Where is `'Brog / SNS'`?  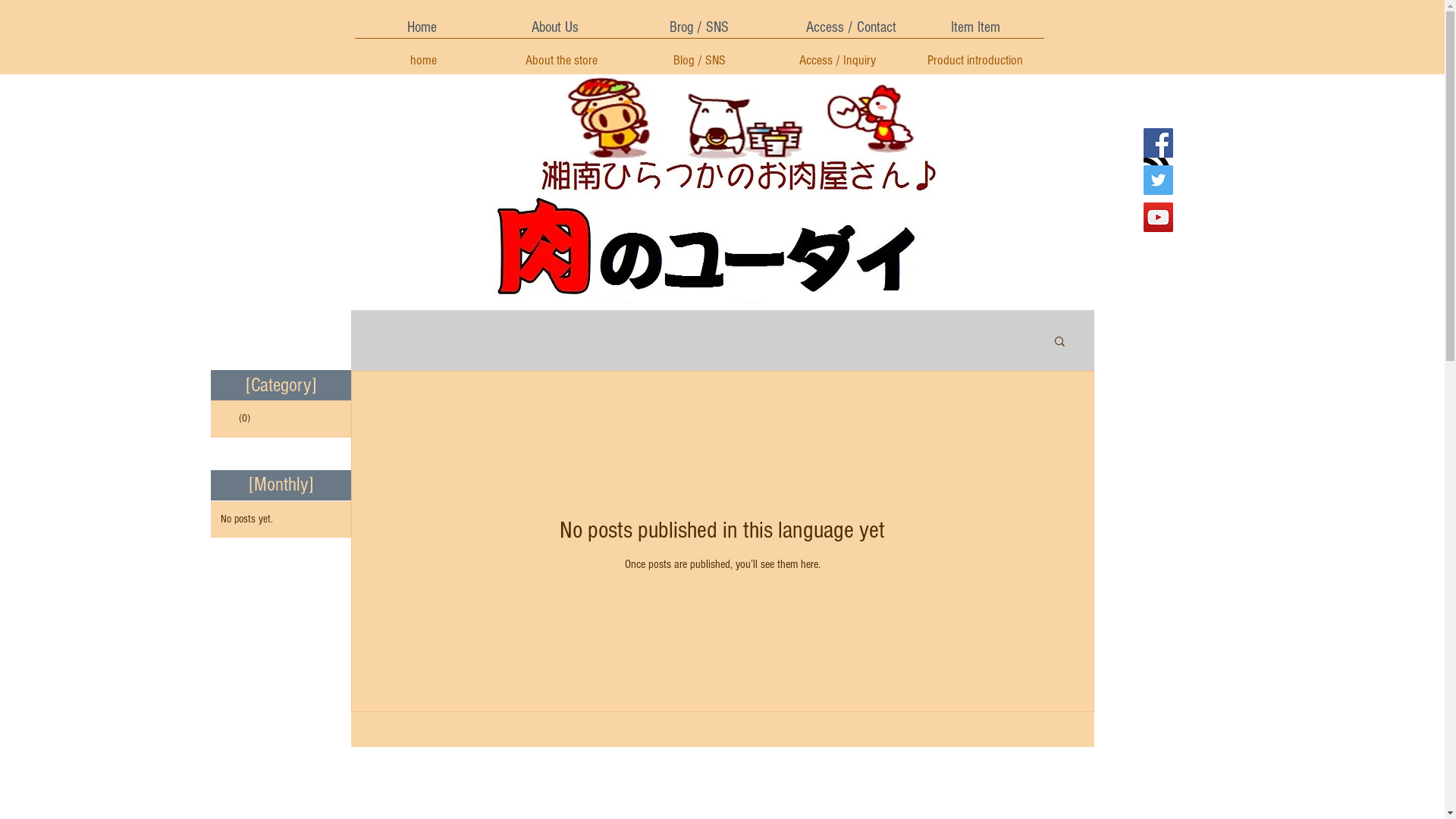
'Brog / SNS' is located at coordinates (658, 27).